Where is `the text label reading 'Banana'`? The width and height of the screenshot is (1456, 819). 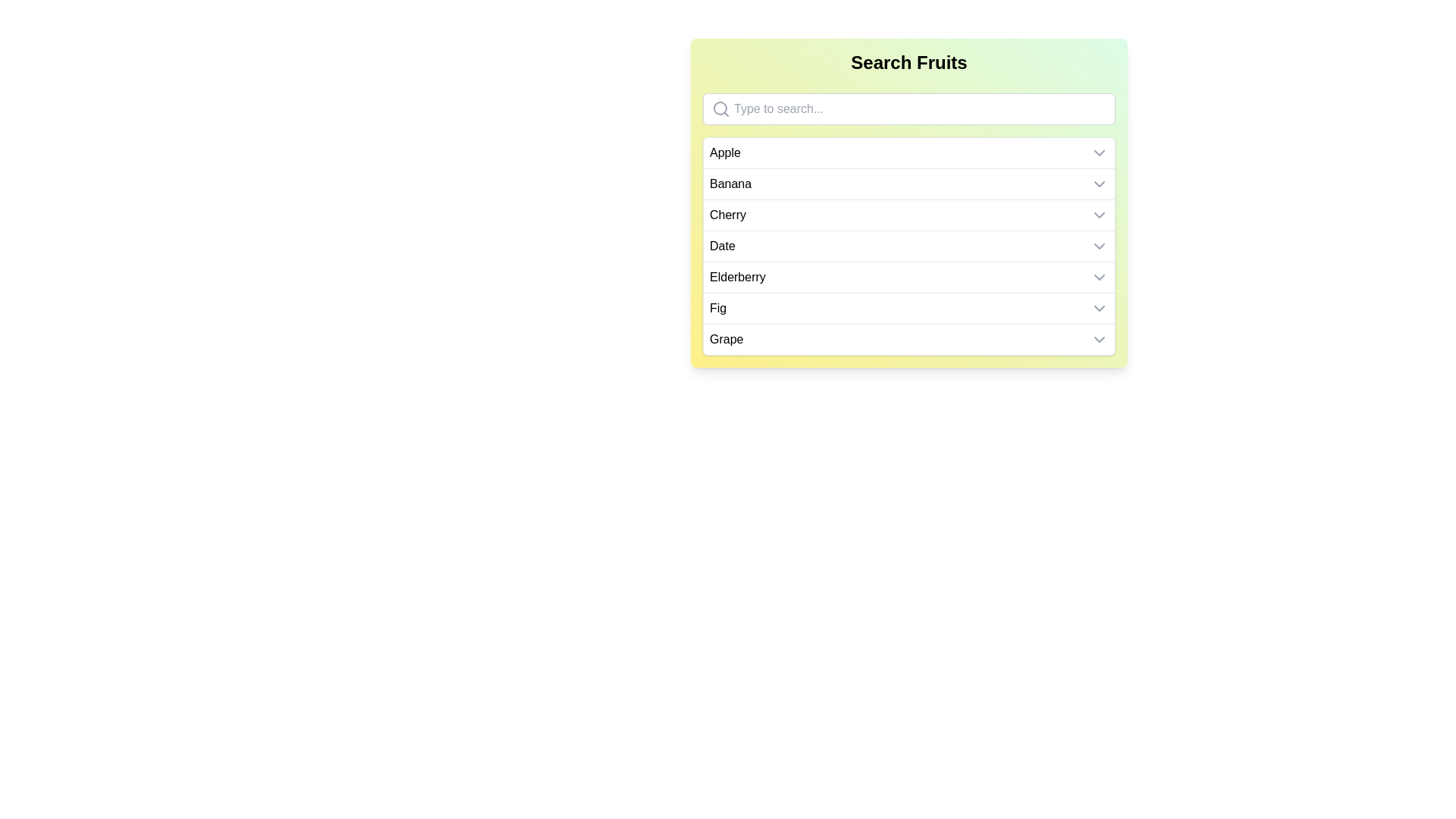 the text label reading 'Banana' is located at coordinates (730, 184).